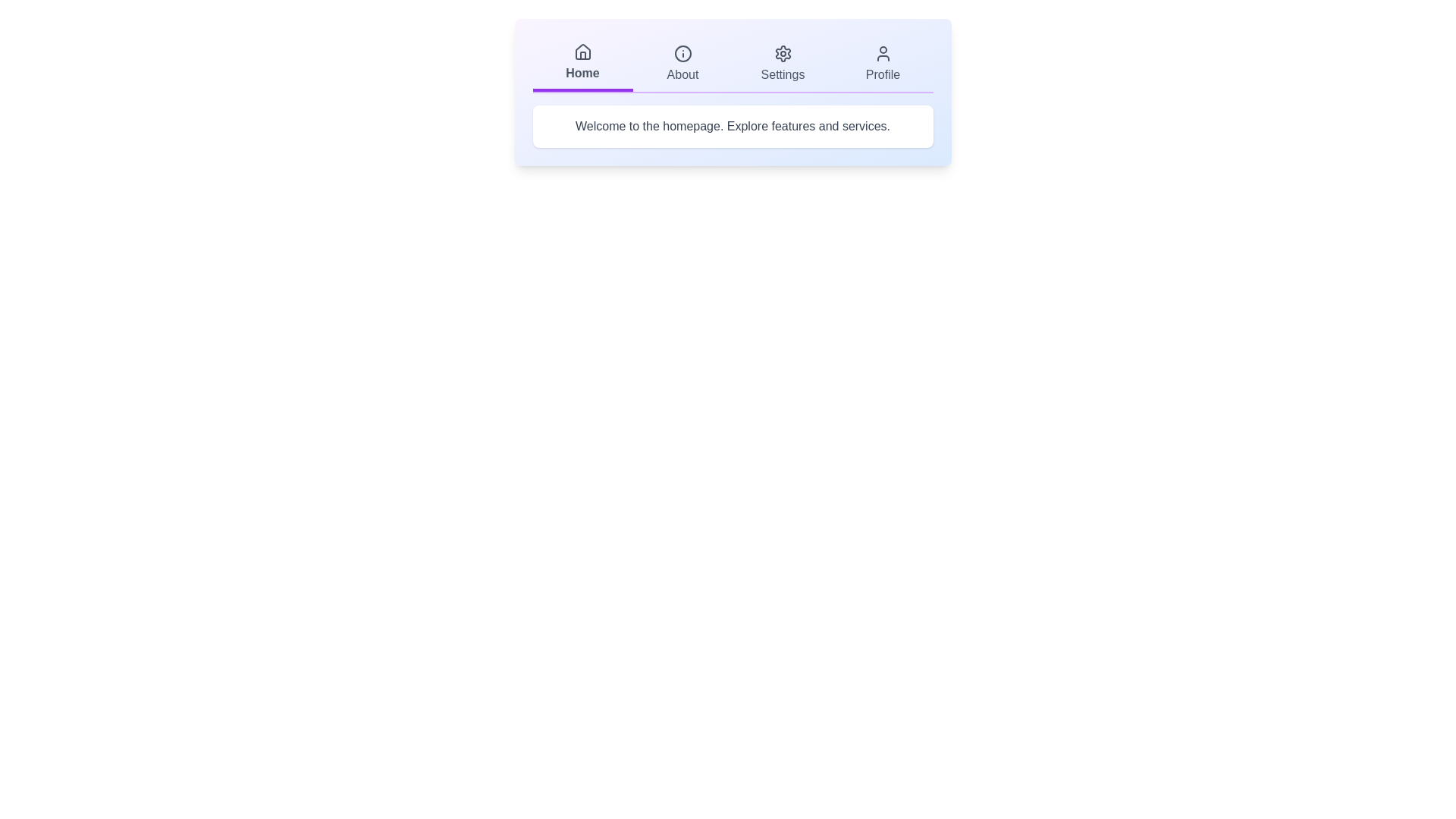  What do you see at coordinates (582, 52) in the screenshot?
I see `the icon of the Home tab` at bounding box center [582, 52].